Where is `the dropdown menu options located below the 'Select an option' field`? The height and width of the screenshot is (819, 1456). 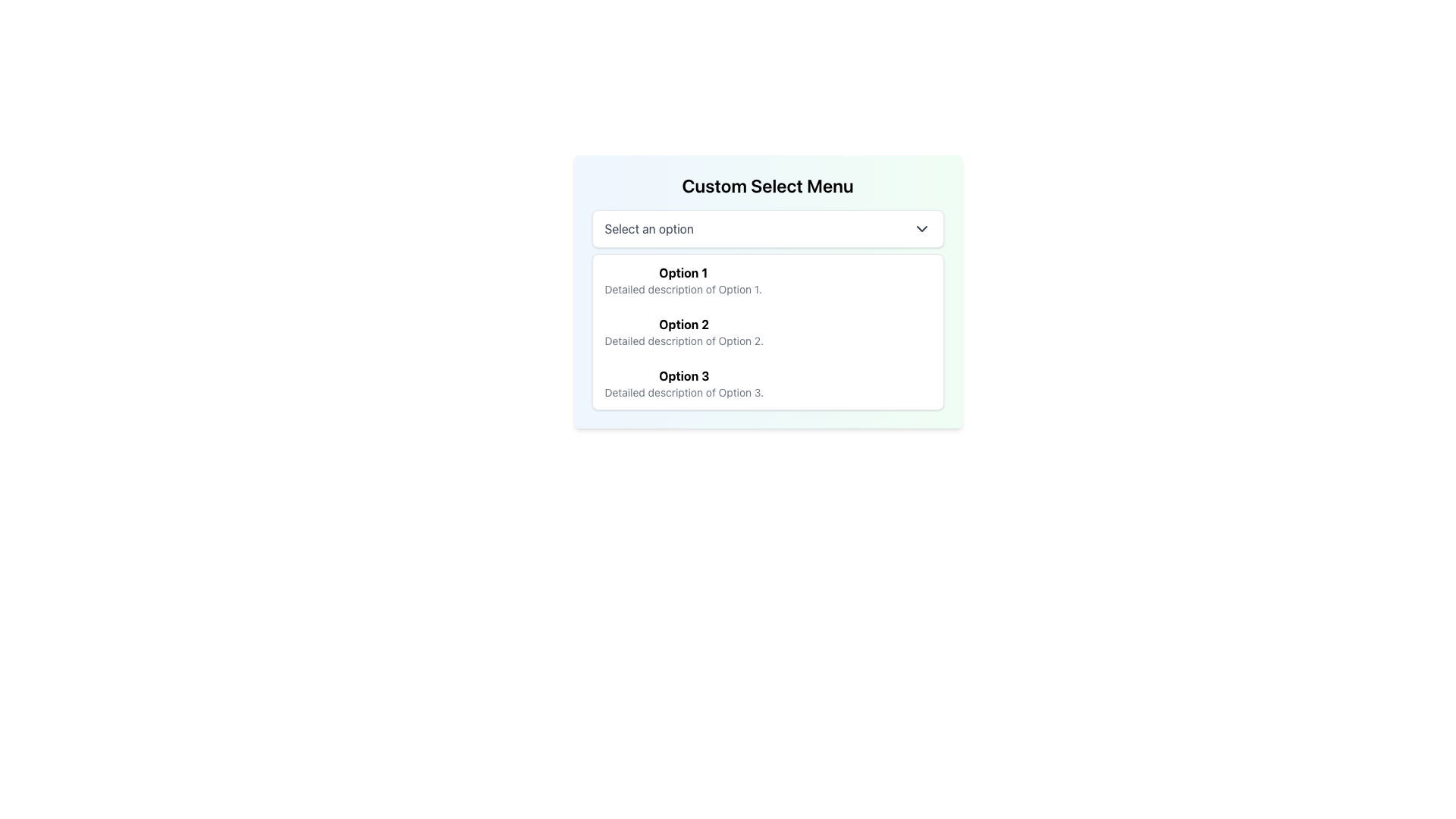
the dropdown menu options located below the 'Select an option' field is located at coordinates (767, 331).